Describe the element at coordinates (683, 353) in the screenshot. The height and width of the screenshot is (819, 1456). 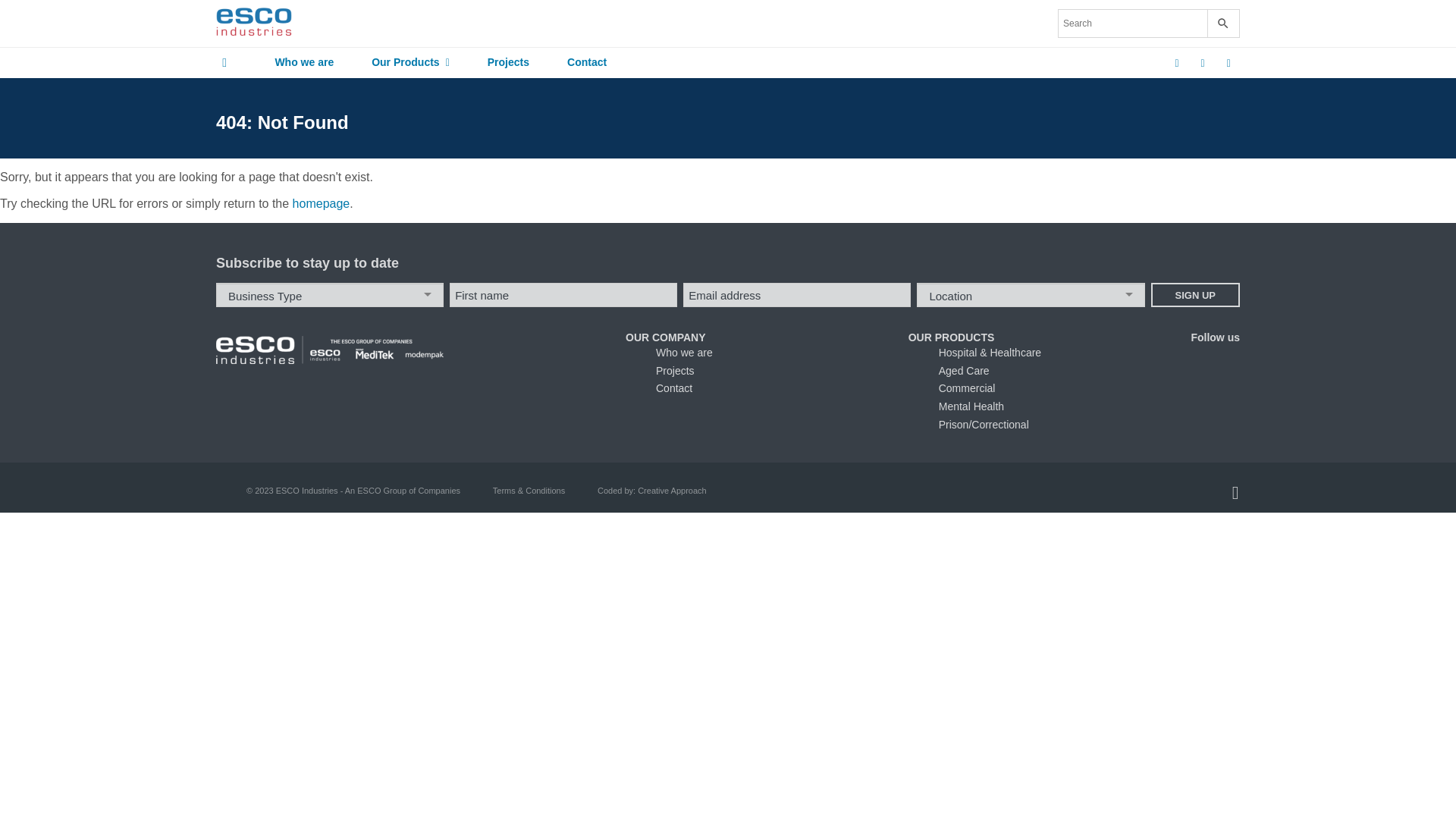
I see `'Who we are'` at that location.